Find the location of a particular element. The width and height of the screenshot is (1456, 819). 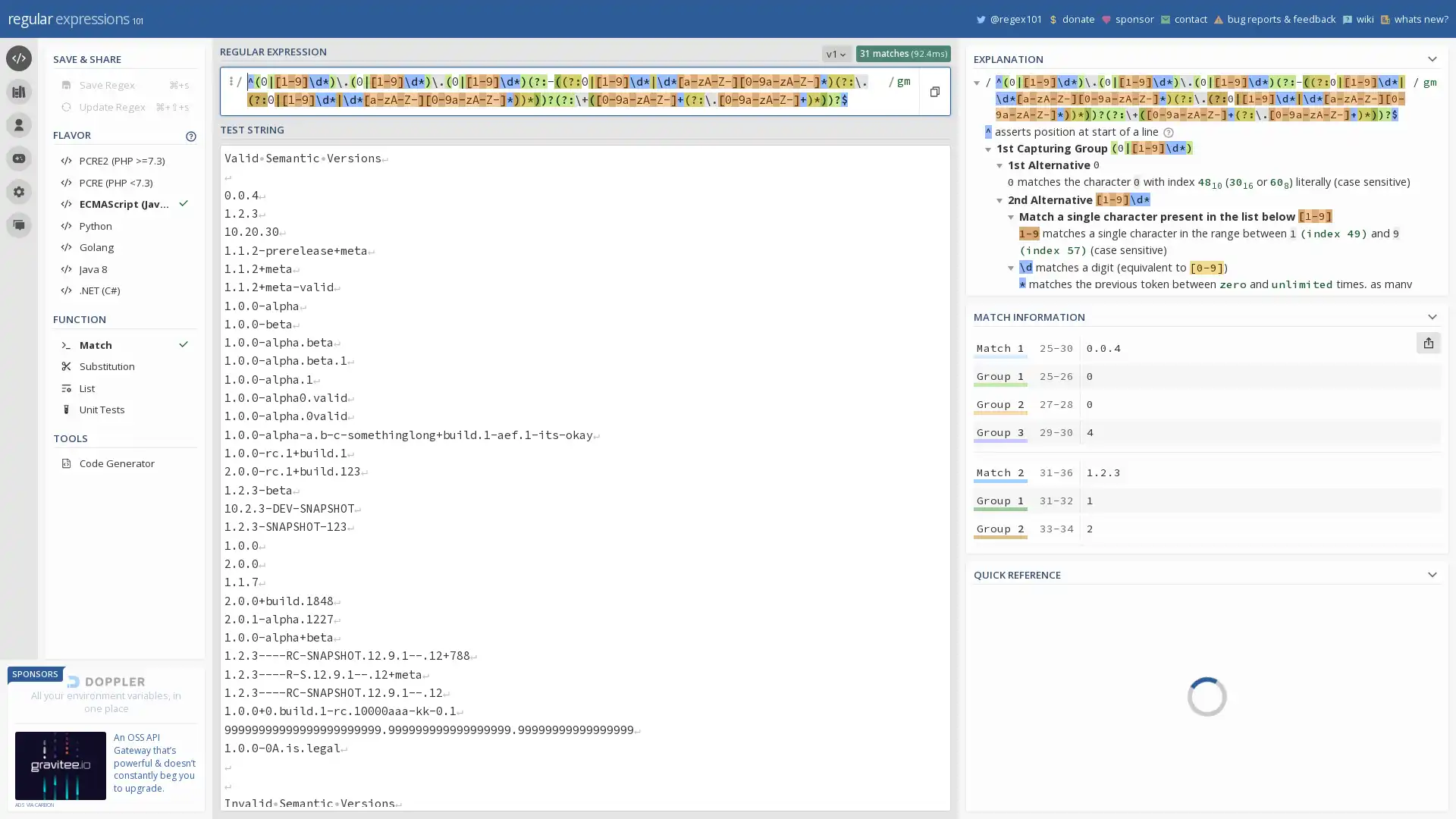

ECMAScript (JavaScript) is located at coordinates (124, 203).